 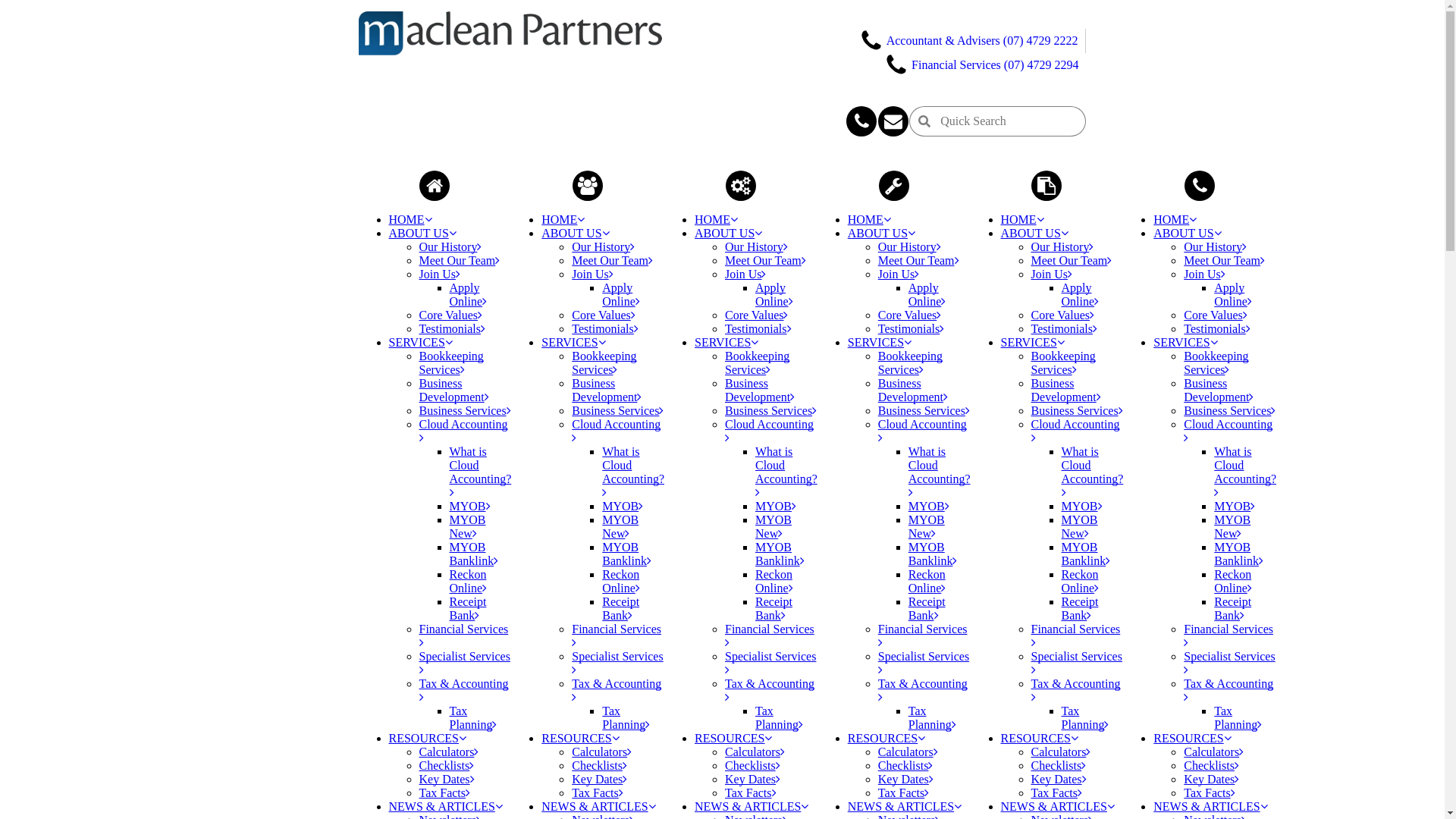 What do you see at coordinates (602, 246) in the screenshot?
I see `'Our History'` at bounding box center [602, 246].